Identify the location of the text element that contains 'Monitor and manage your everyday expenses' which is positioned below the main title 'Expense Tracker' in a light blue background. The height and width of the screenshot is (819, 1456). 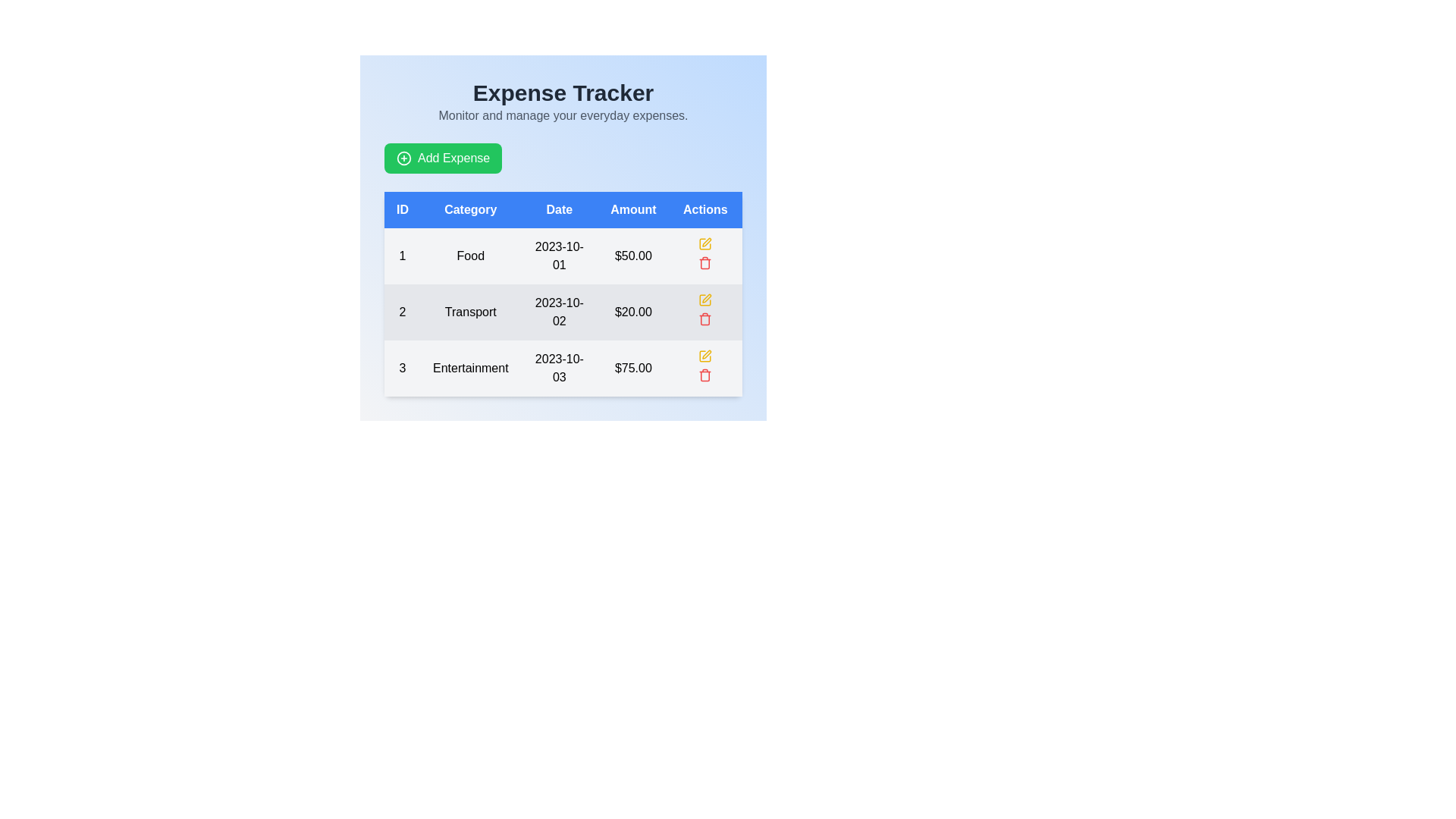
(563, 115).